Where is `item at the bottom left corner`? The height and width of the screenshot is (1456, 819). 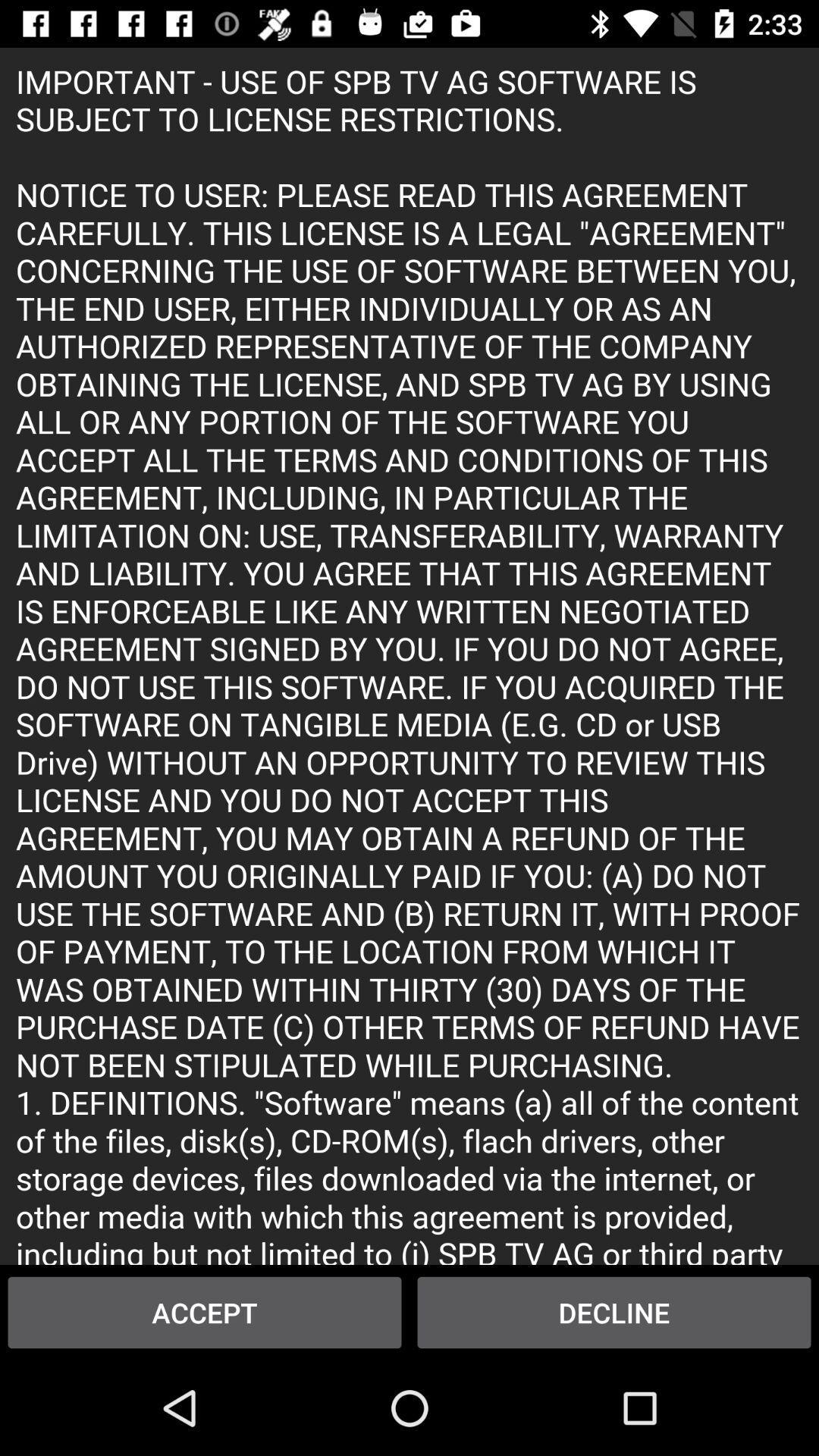
item at the bottom left corner is located at coordinates (205, 1312).